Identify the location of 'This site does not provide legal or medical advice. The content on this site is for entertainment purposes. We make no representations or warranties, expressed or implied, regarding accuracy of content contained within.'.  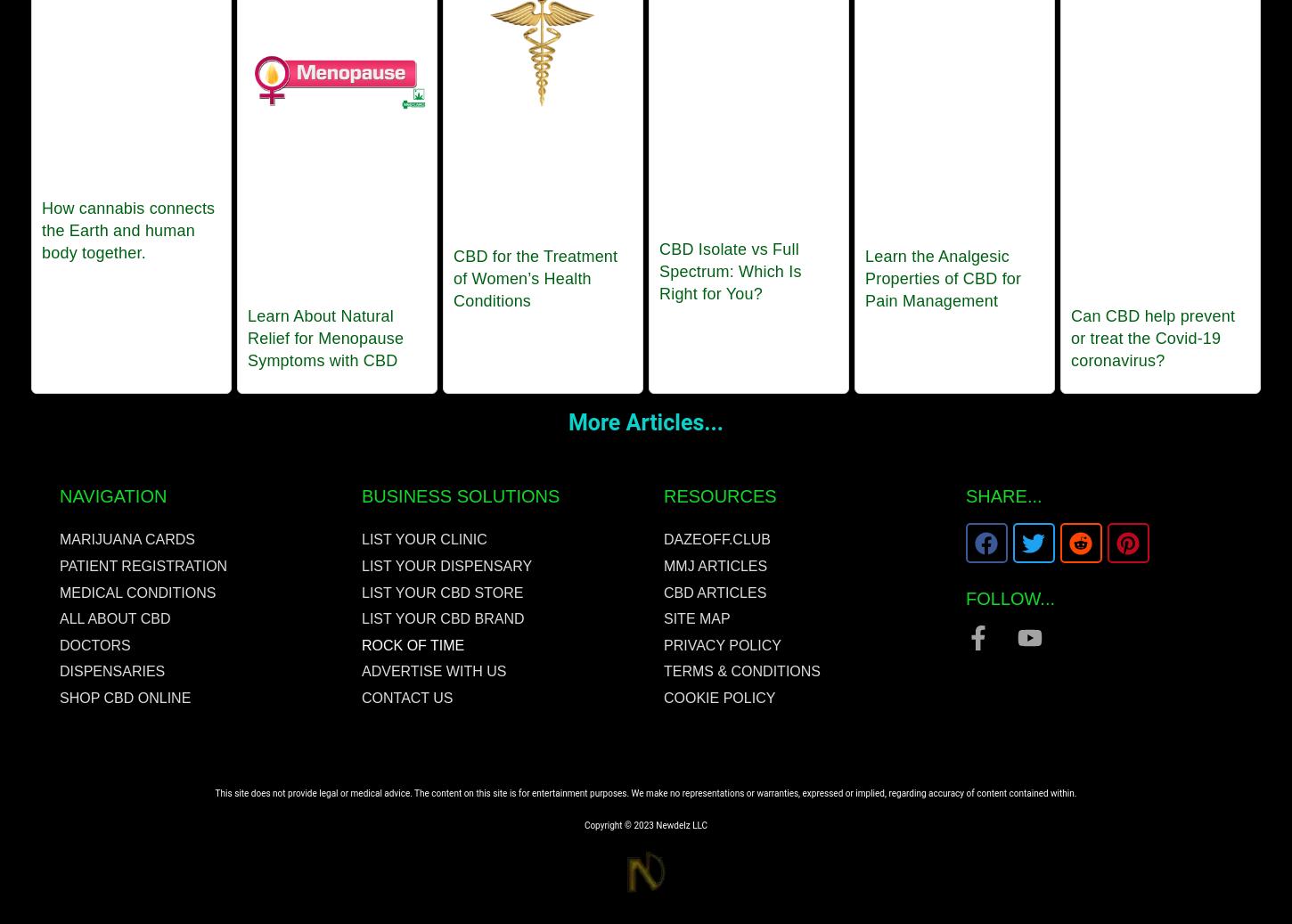
(213, 792).